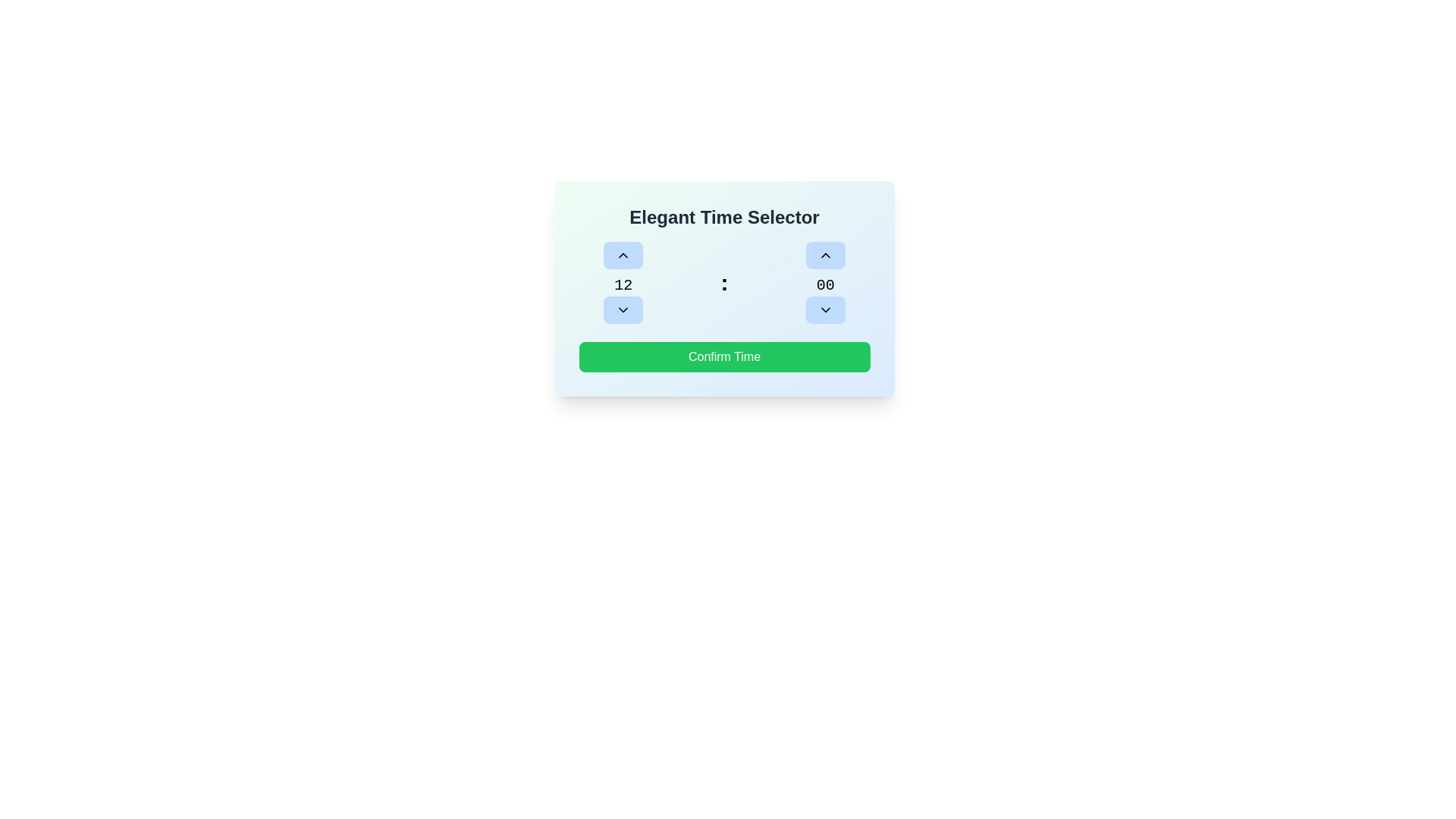 The width and height of the screenshot is (1456, 819). What do you see at coordinates (824, 254) in the screenshot?
I see `the upward arrow button with a light blue background located at the top of the right time adjustment column to increment the value` at bounding box center [824, 254].